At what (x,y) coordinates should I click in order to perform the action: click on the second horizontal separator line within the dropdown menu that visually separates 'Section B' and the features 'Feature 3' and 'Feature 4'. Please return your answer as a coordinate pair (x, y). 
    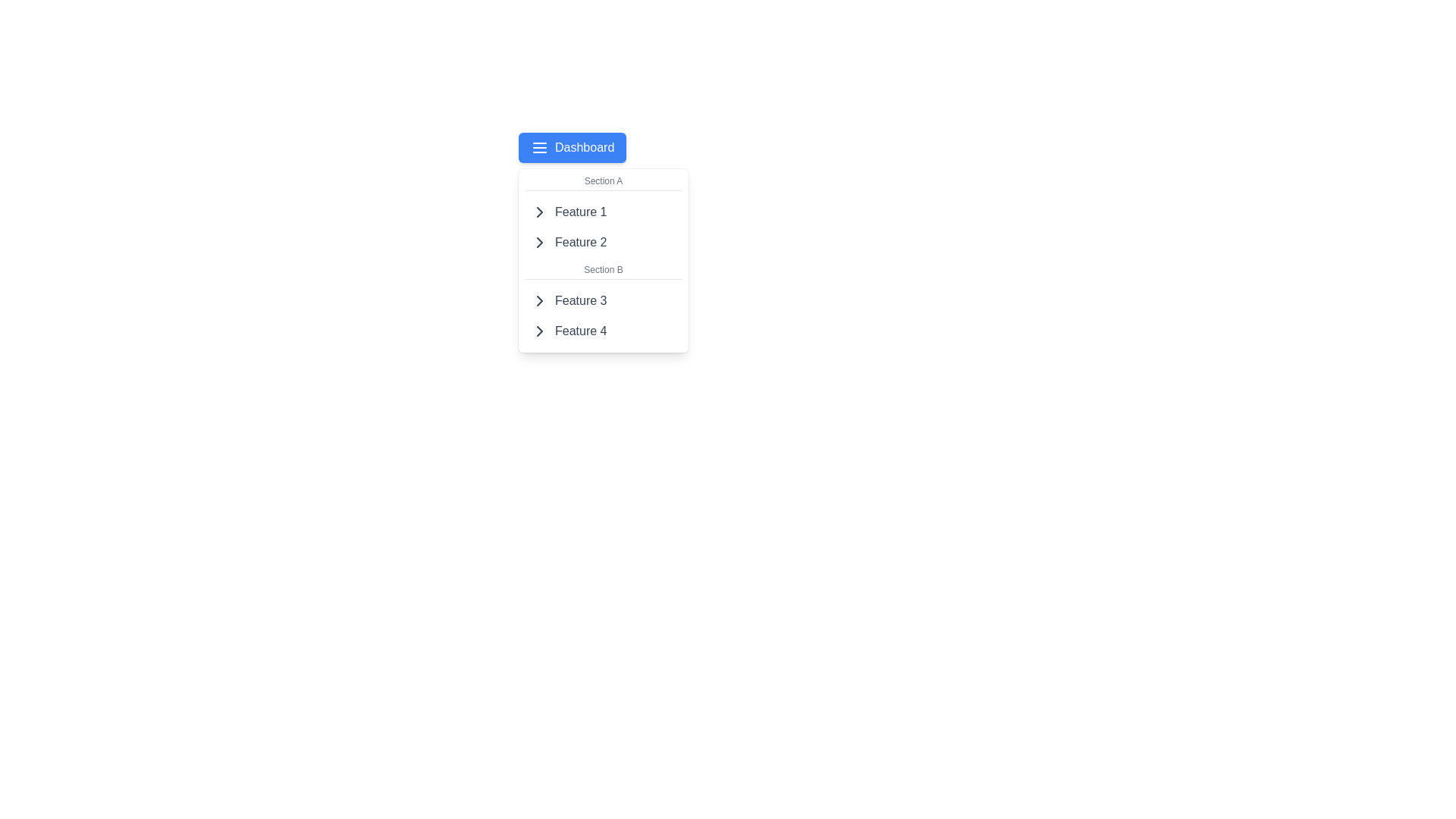
    Looking at the image, I should click on (603, 278).